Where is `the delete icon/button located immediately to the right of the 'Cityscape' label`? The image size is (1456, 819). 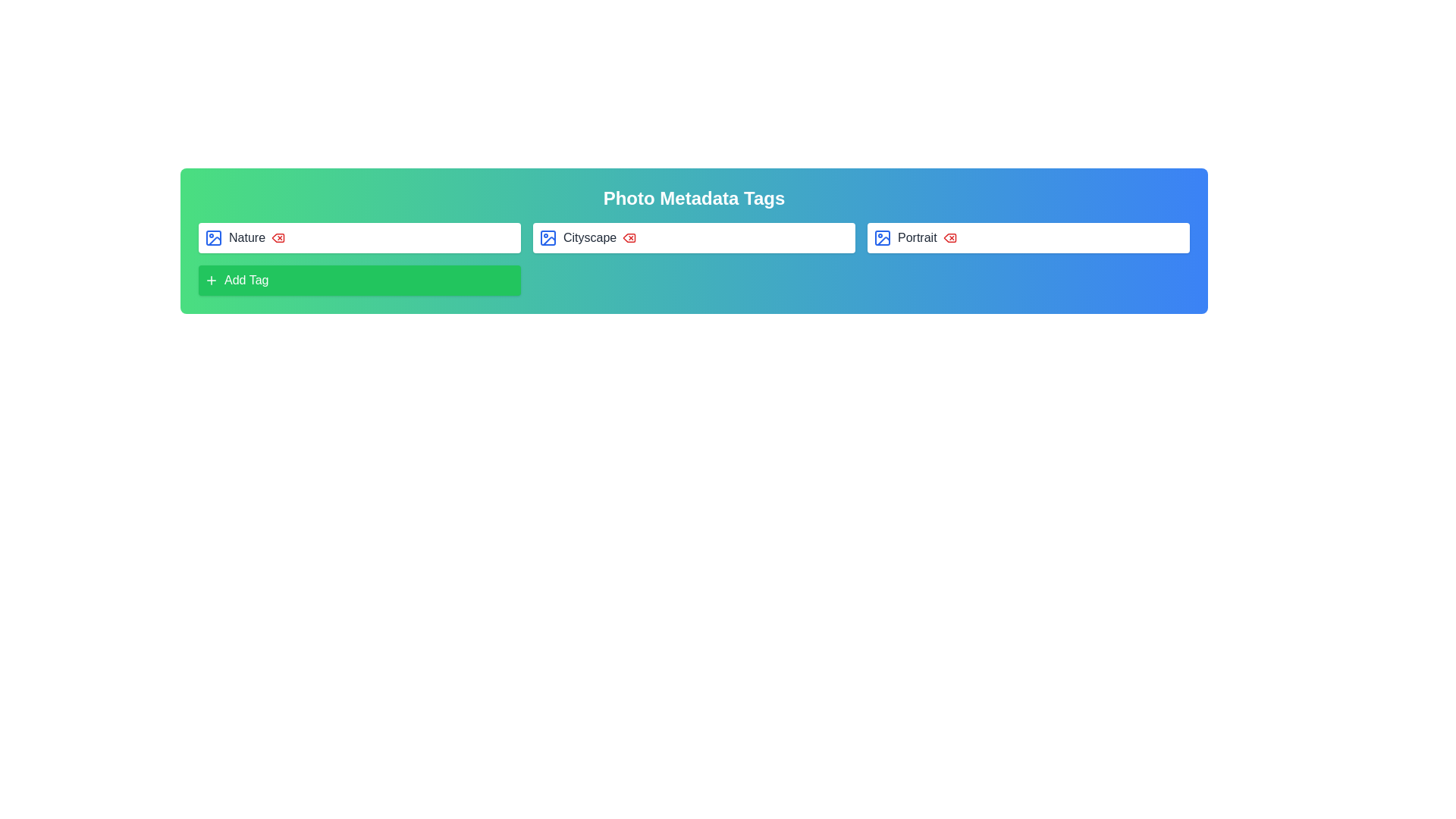
the delete icon/button located immediately to the right of the 'Cityscape' label is located at coordinates (629, 237).